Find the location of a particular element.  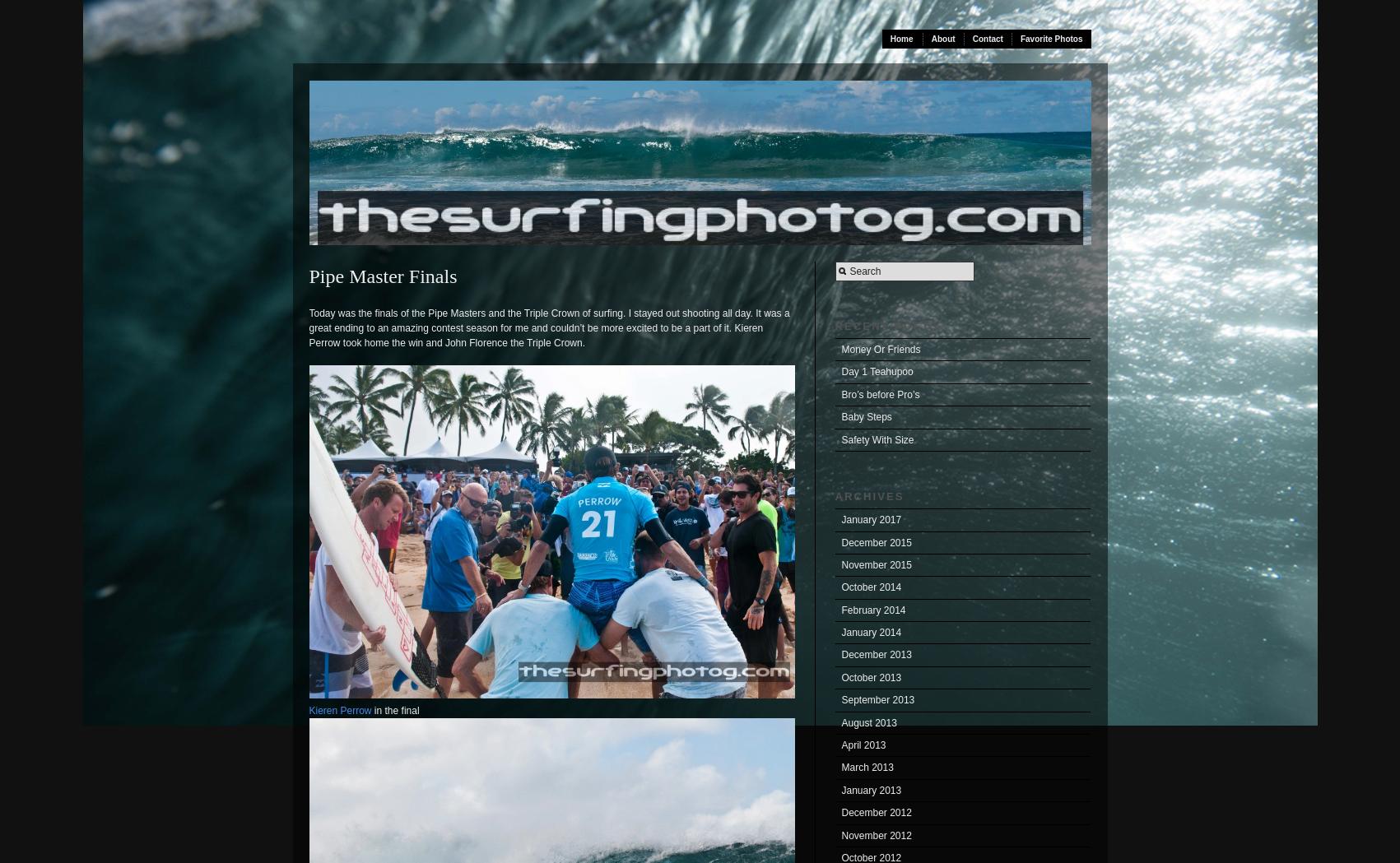

'November 2012' is located at coordinates (840, 835).